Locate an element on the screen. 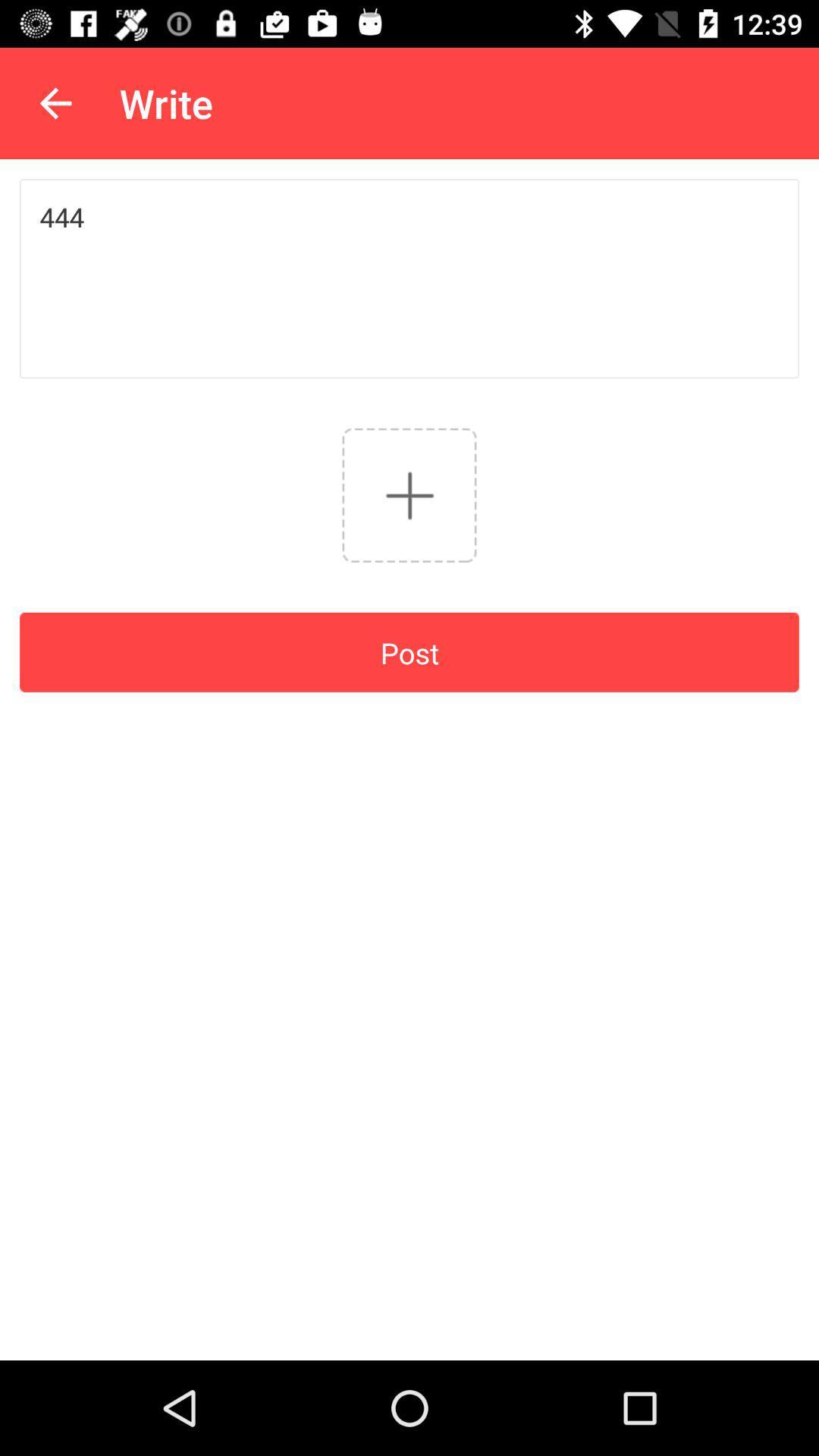  app next to the write app is located at coordinates (55, 102).